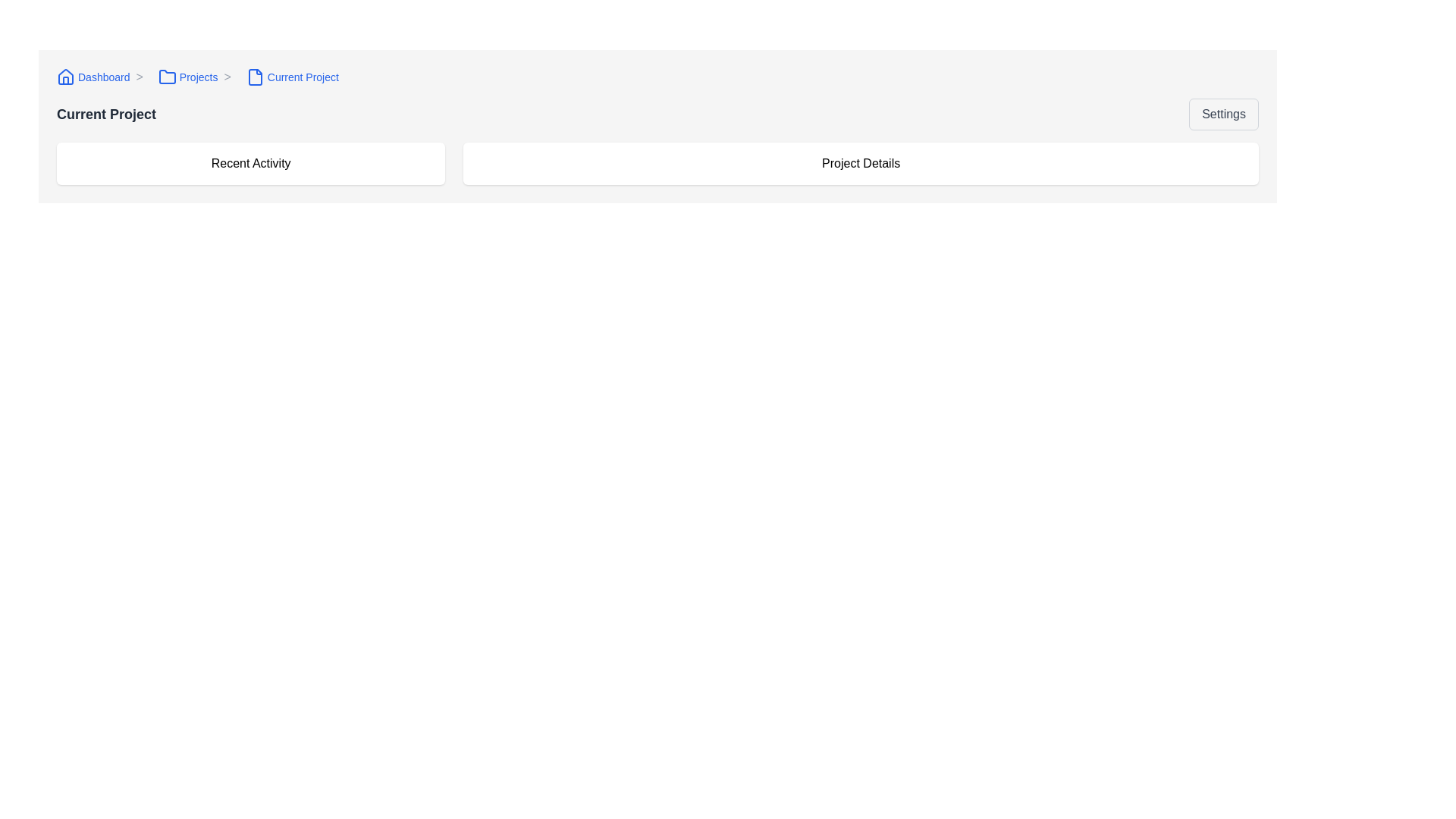  Describe the element at coordinates (187, 77) in the screenshot. I see `the 'Projects' hyperlink in the navigation bar` at that location.